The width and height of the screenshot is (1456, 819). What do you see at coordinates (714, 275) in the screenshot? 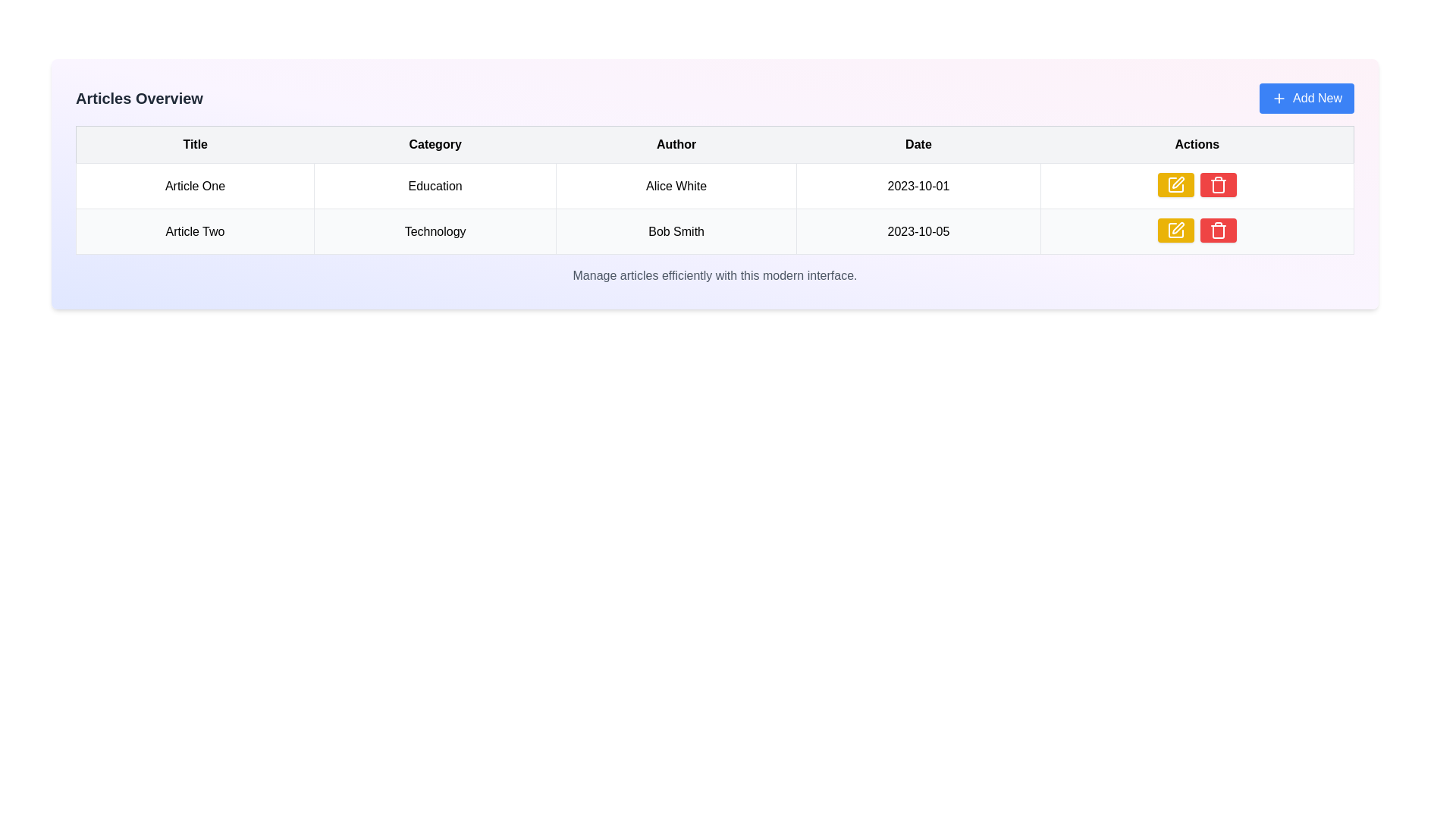
I see `the text block containing the message 'Manage articles efficiently with this modern interface.'` at bounding box center [714, 275].